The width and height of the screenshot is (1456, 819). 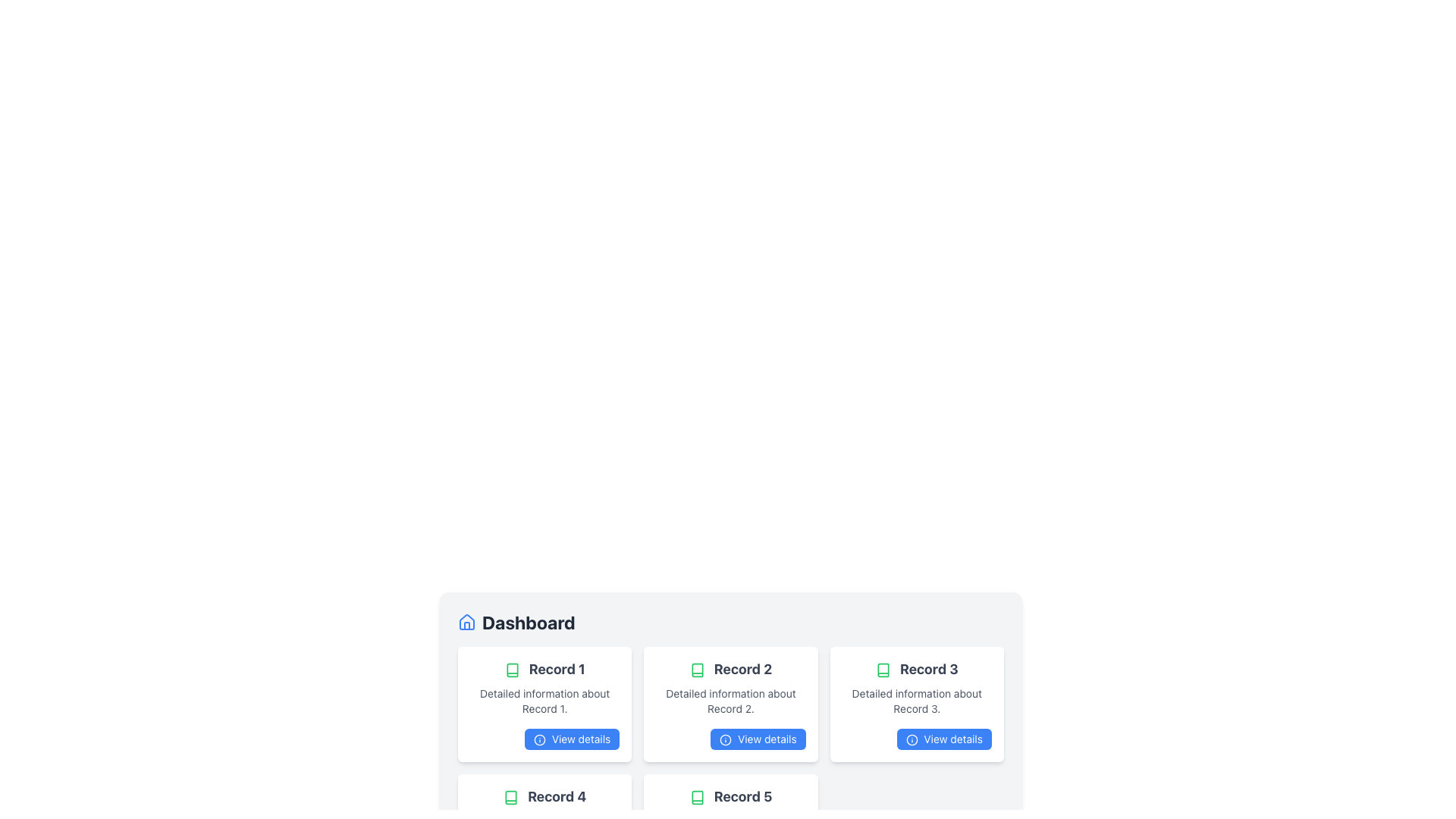 I want to click on the blue button labeled 'View details' with an information icon located at the bottom-right corner of the card for 'Record 2', so click(x=758, y=739).